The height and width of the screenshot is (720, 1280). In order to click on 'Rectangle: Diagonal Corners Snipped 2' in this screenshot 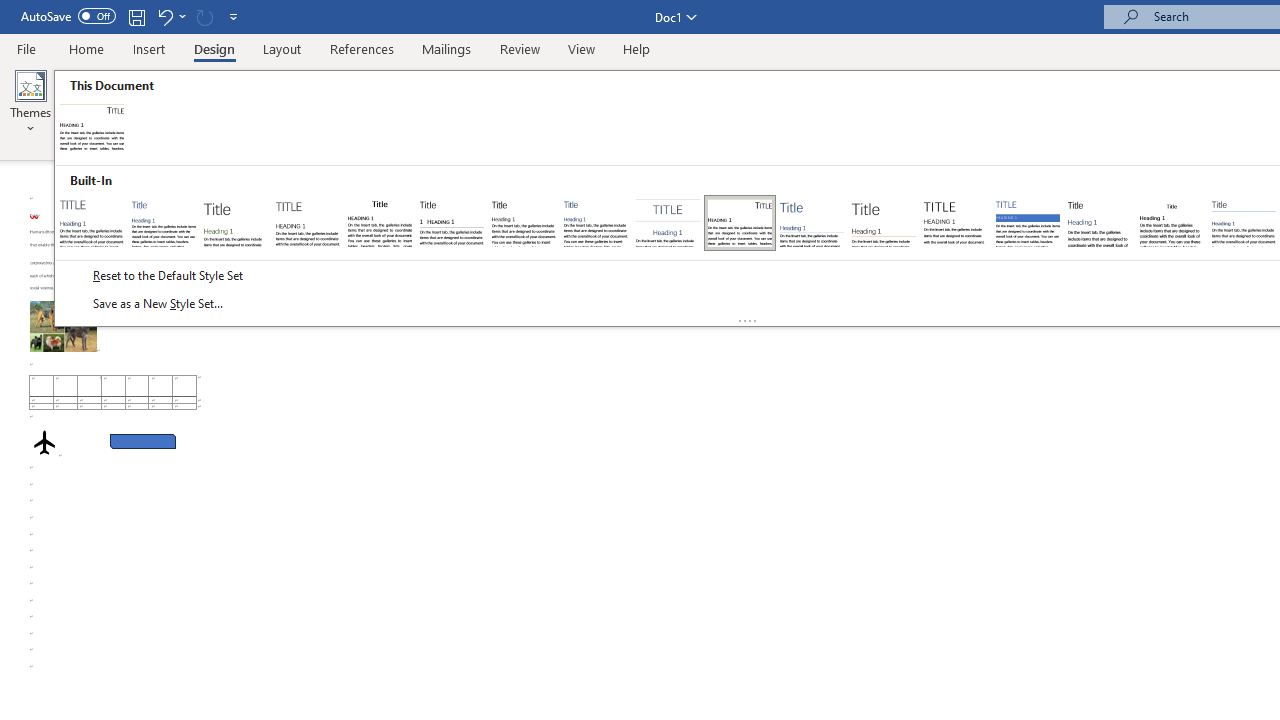, I will do `click(142, 440)`.